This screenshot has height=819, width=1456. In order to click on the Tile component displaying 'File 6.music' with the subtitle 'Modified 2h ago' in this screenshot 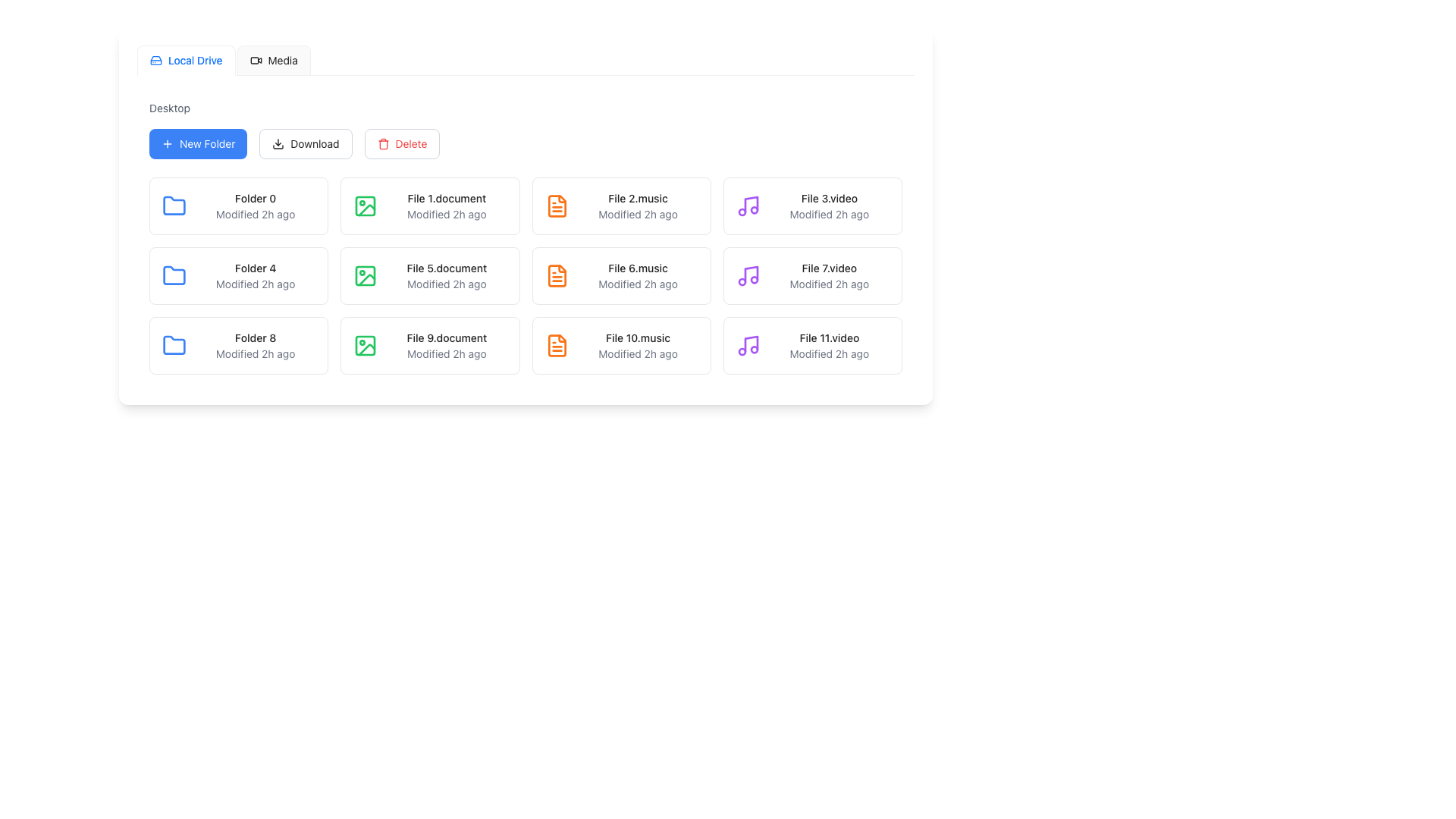, I will do `click(621, 275)`.